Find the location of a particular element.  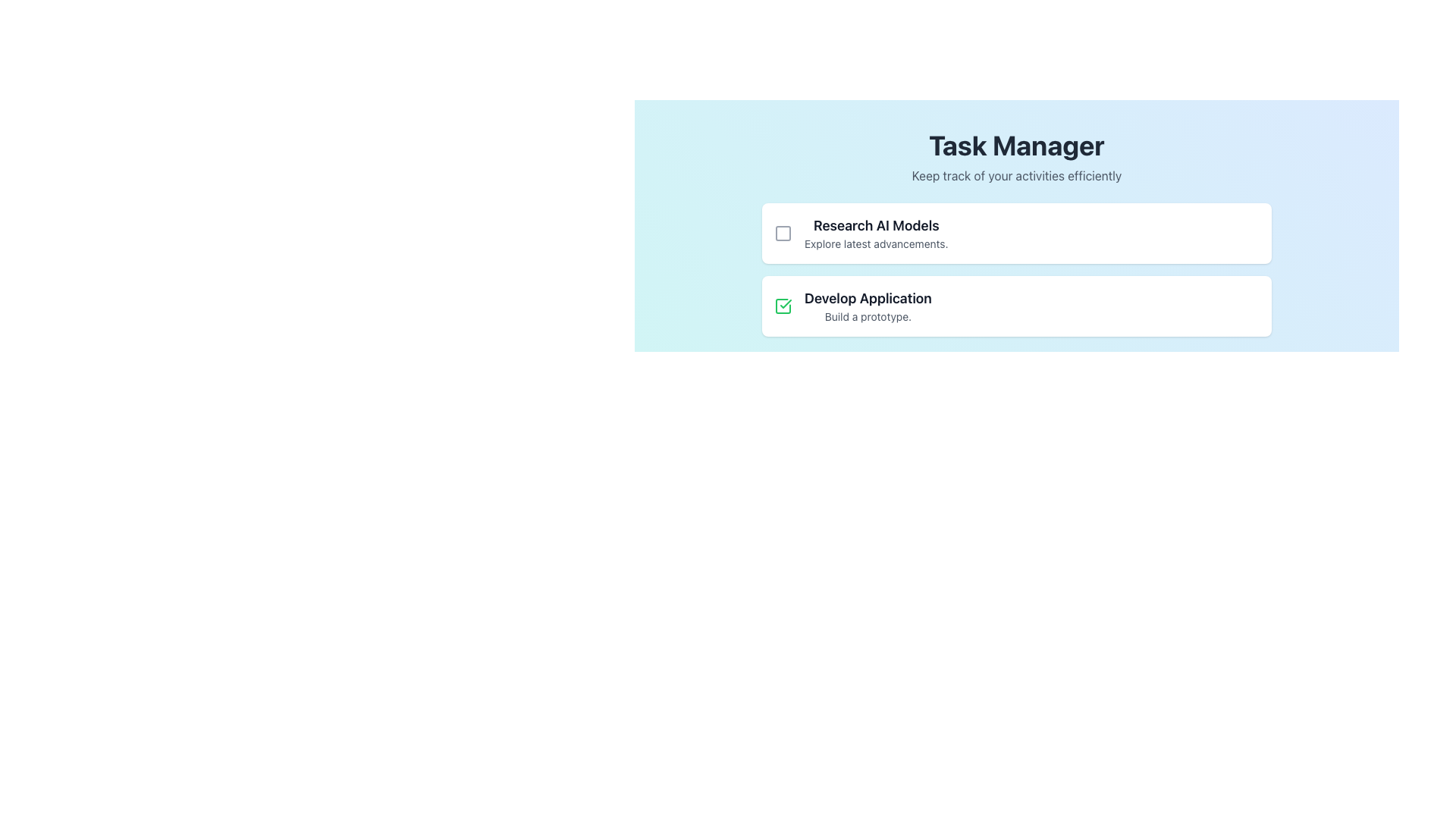

the checkmark icon representing completion in the task list adjacent to 'Develop Application' is located at coordinates (786, 304).